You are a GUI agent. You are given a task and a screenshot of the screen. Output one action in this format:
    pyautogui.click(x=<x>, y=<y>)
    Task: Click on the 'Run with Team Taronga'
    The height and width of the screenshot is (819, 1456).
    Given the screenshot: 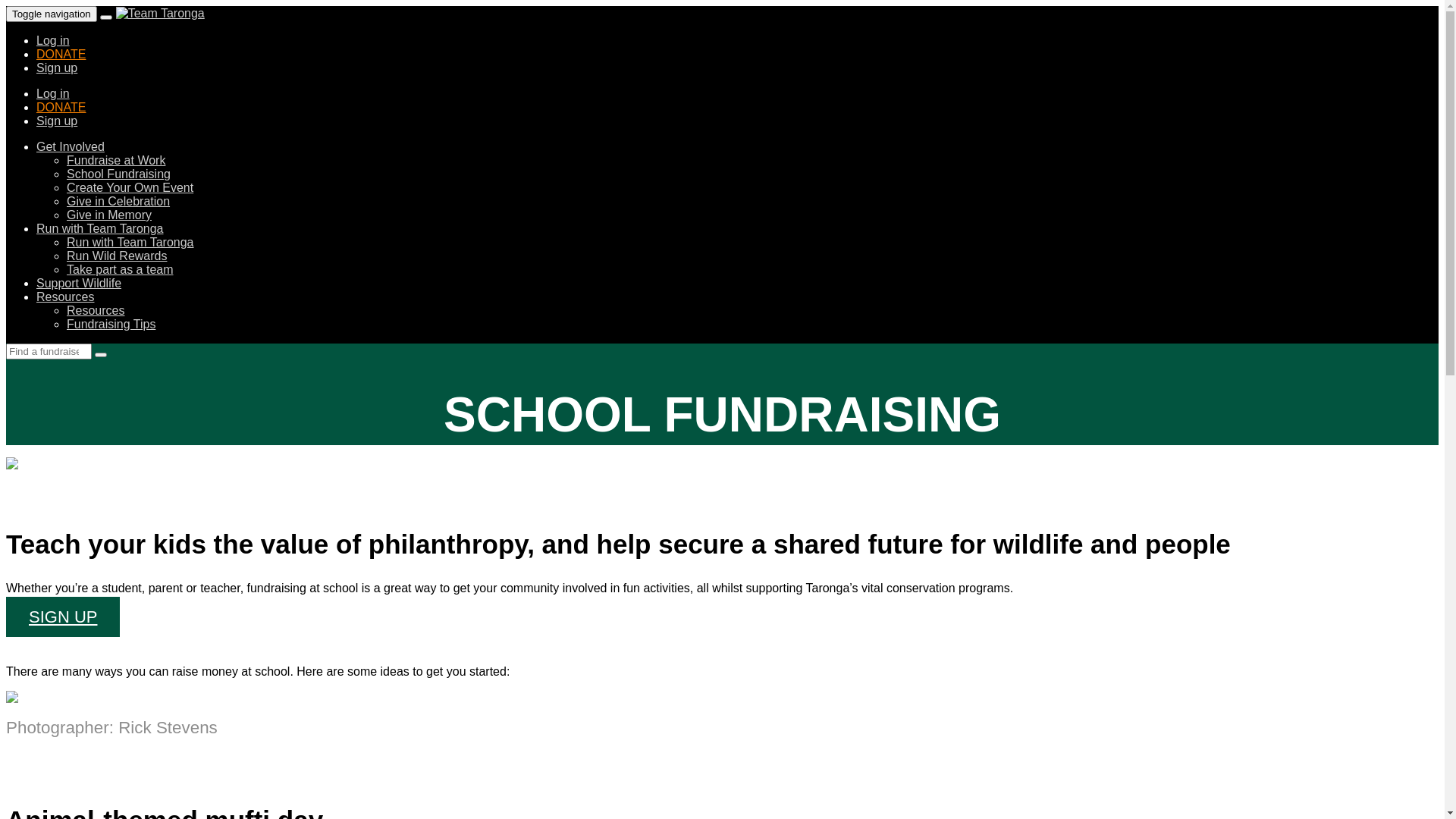 What is the action you would take?
    pyautogui.click(x=99, y=228)
    